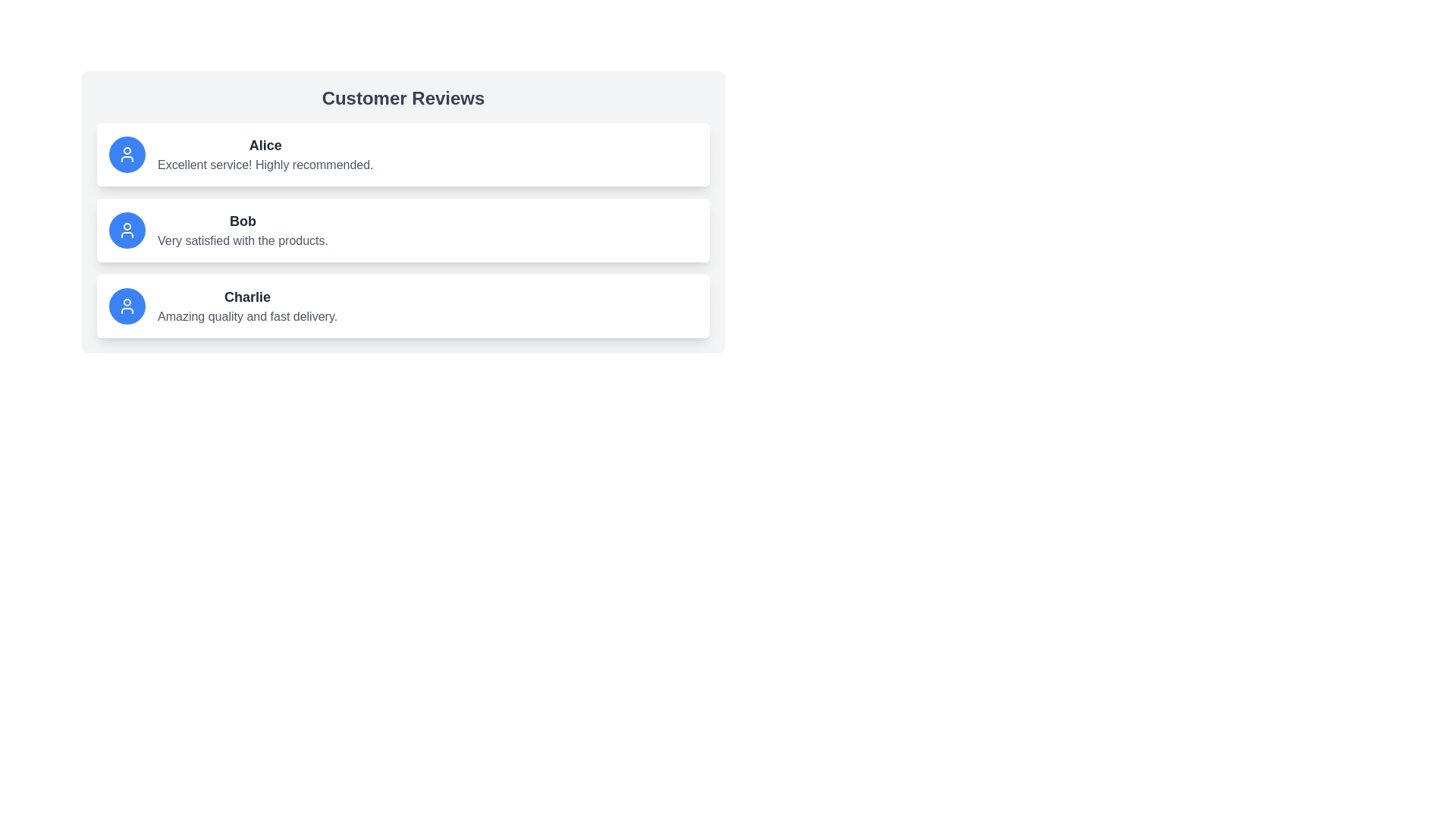 This screenshot has width=1456, height=819. What do you see at coordinates (127, 306) in the screenshot?
I see `the user profile icon, which is styled with a blue background and white lines, located in the third list item under the 'Customer Reviews' header, next to the text 'Charlie' and 'Amazing quality and fast delivery.'` at bounding box center [127, 306].